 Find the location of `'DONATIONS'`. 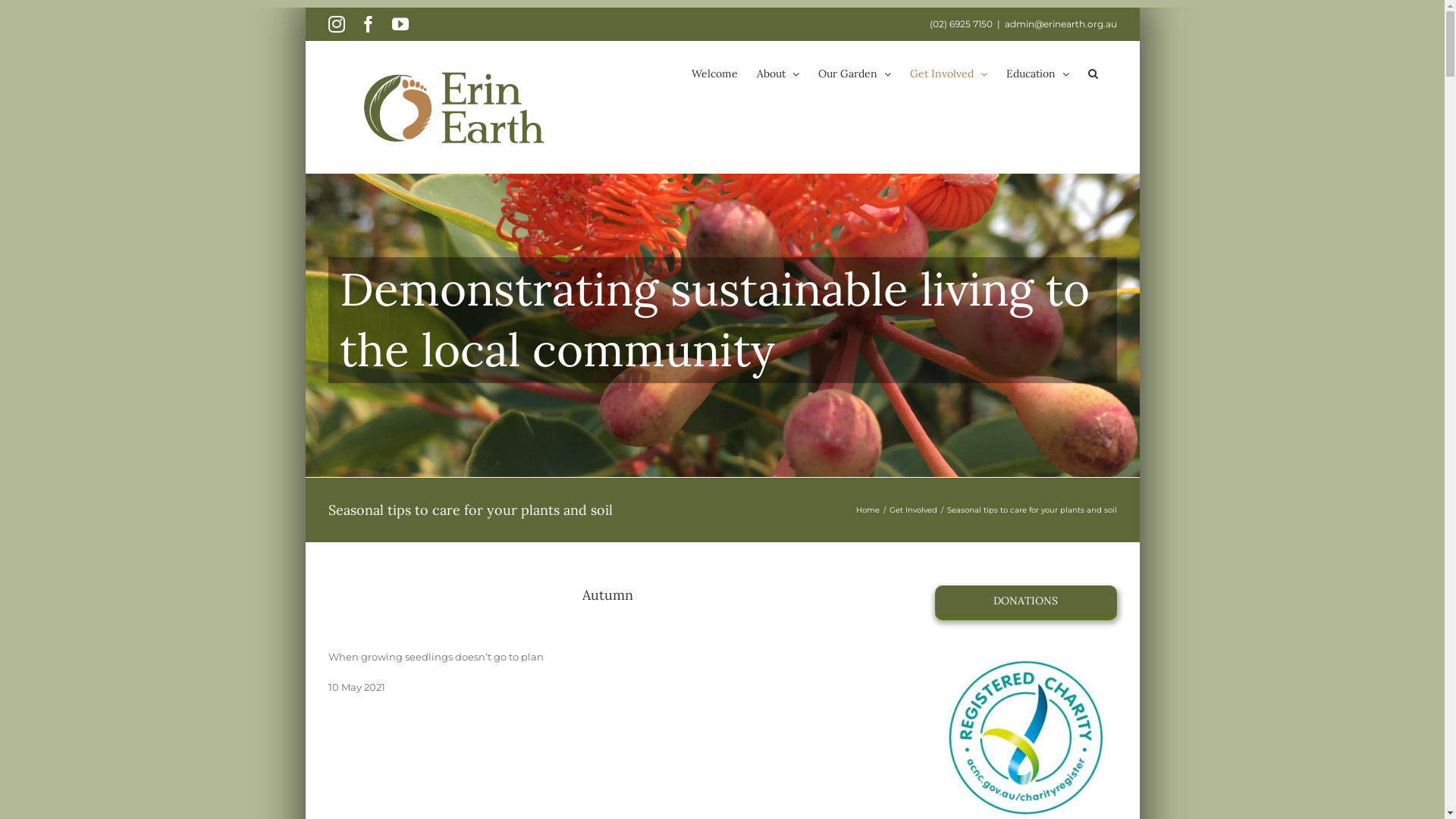

'DONATIONS' is located at coordinates (1025, 600).